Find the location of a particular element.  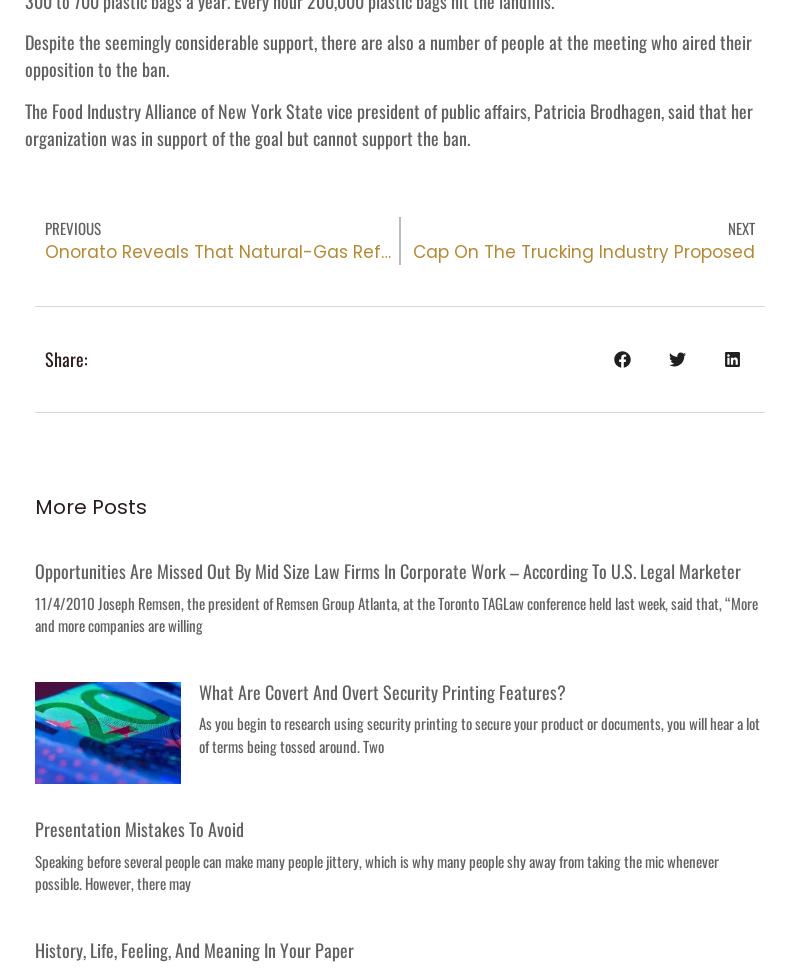

'History, Life, Feeling, and Meaning in Your Paper' is located at coordinates (193, 948).